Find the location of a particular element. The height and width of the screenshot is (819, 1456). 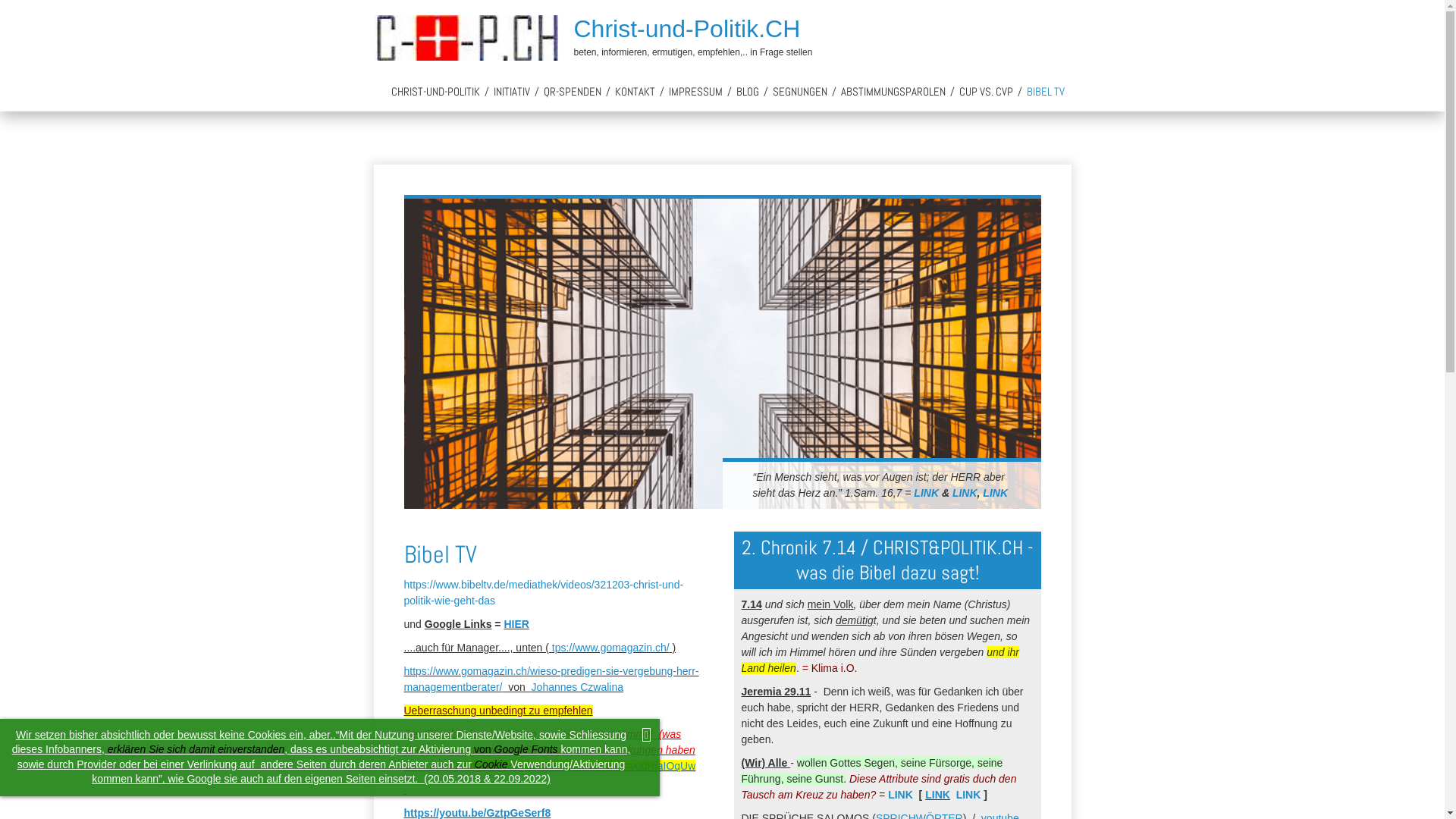

'LINK' is located at coordinates (912, 493).